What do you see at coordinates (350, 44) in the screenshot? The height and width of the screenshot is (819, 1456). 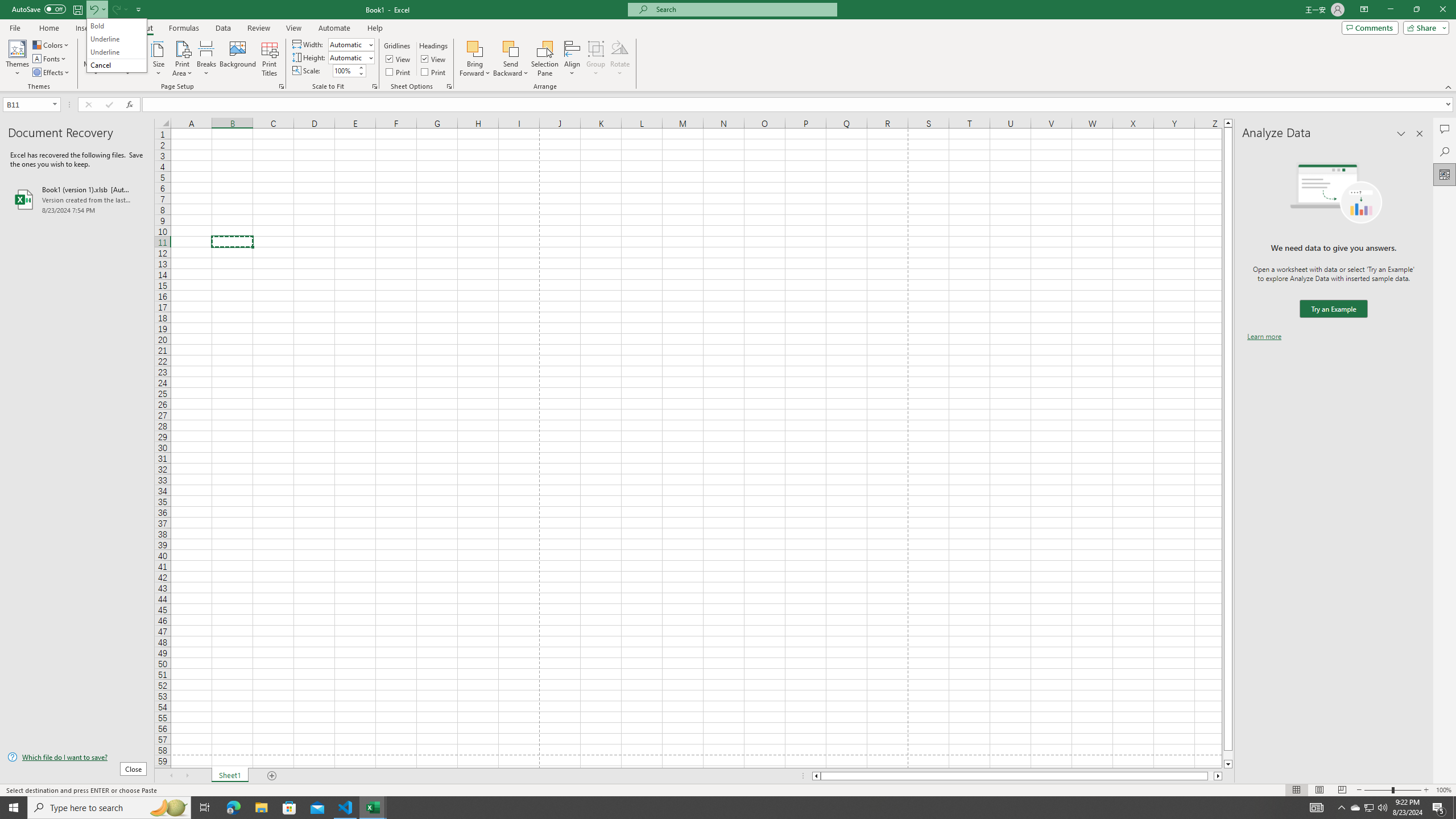 I see `'Width'` at bounding box center [350, 44].